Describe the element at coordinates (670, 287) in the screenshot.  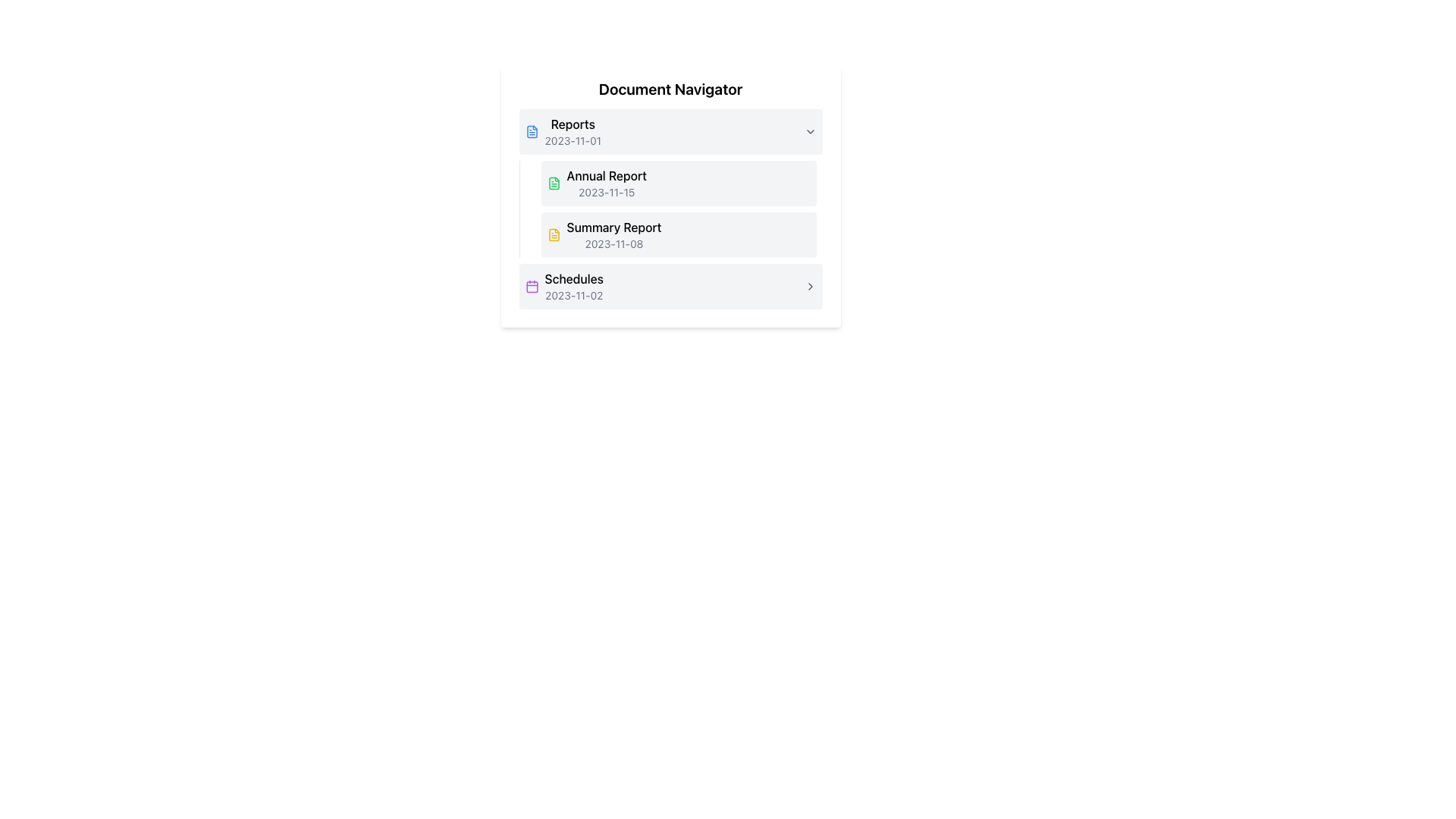
I see `the fourth list item` at that location.